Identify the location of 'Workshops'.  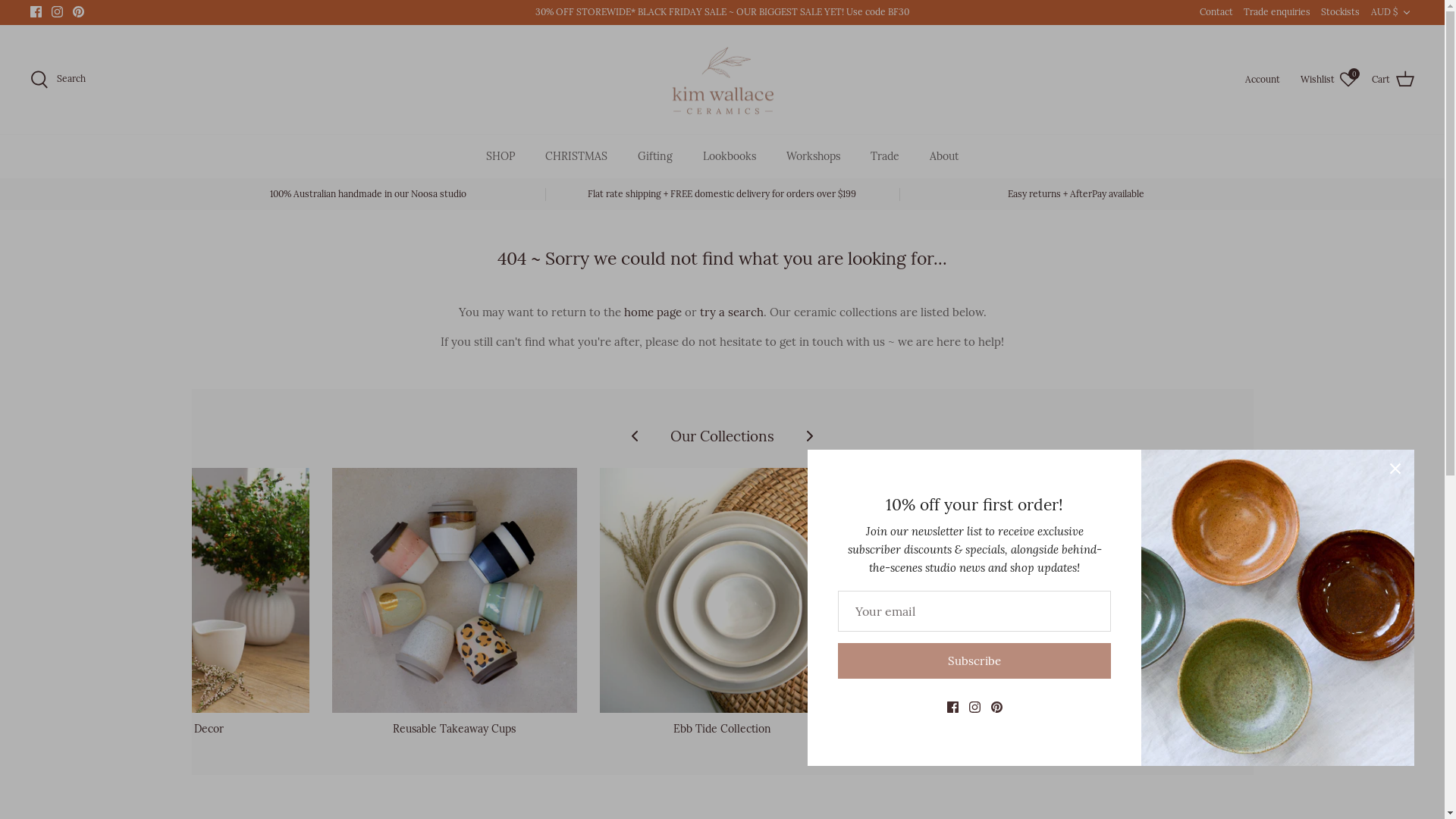
(812, 156).